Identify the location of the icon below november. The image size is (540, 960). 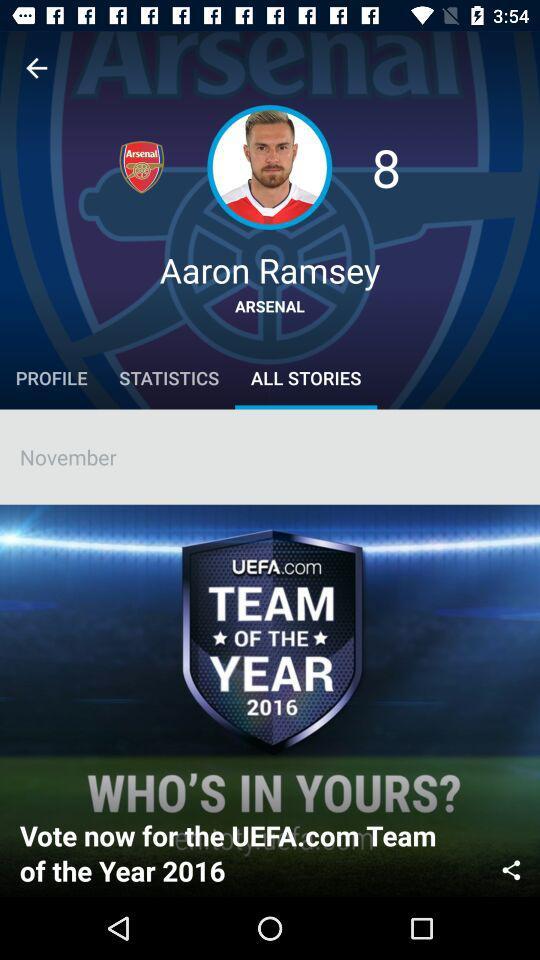
(511, 867).